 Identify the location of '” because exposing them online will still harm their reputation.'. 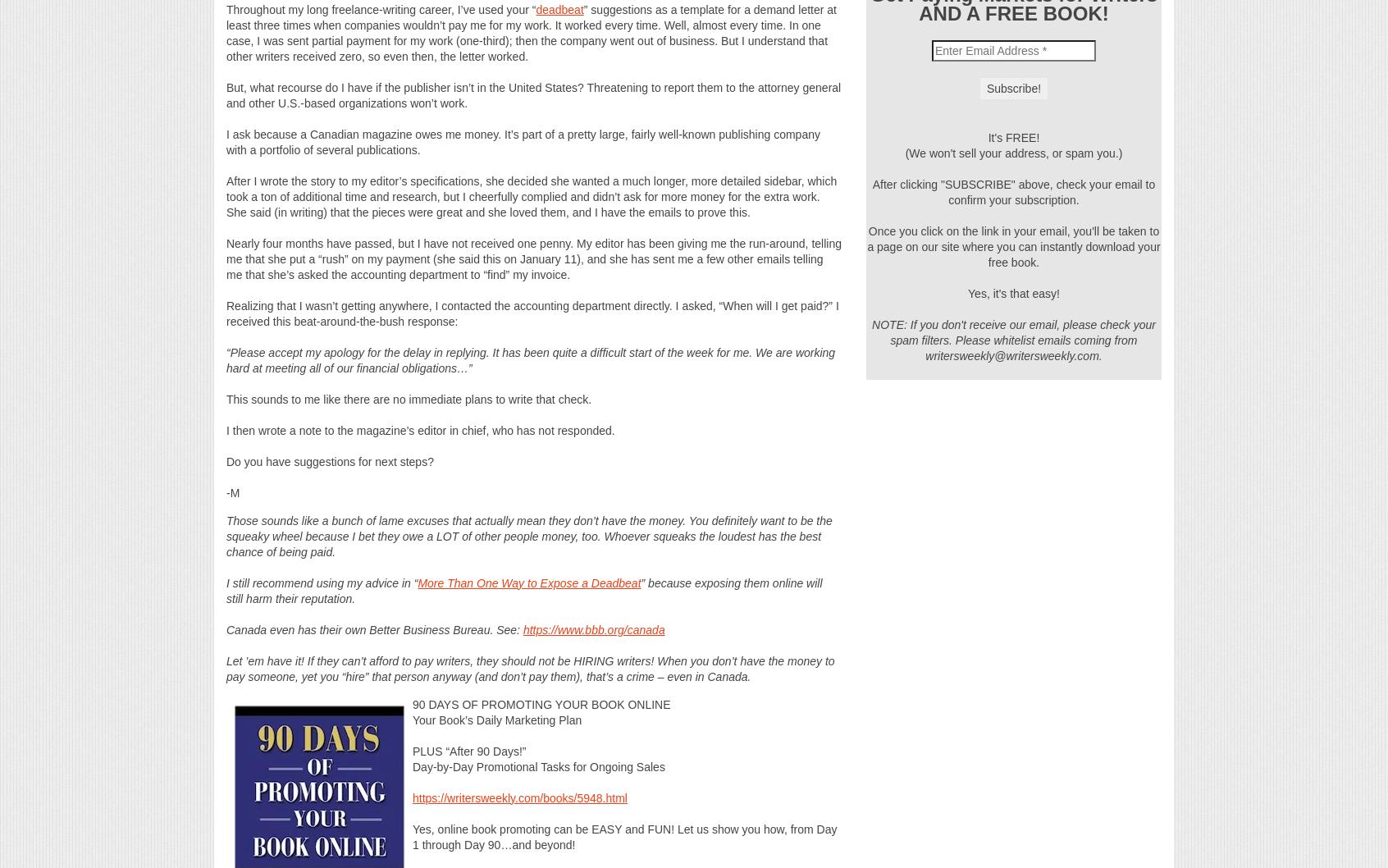
(524, 590).